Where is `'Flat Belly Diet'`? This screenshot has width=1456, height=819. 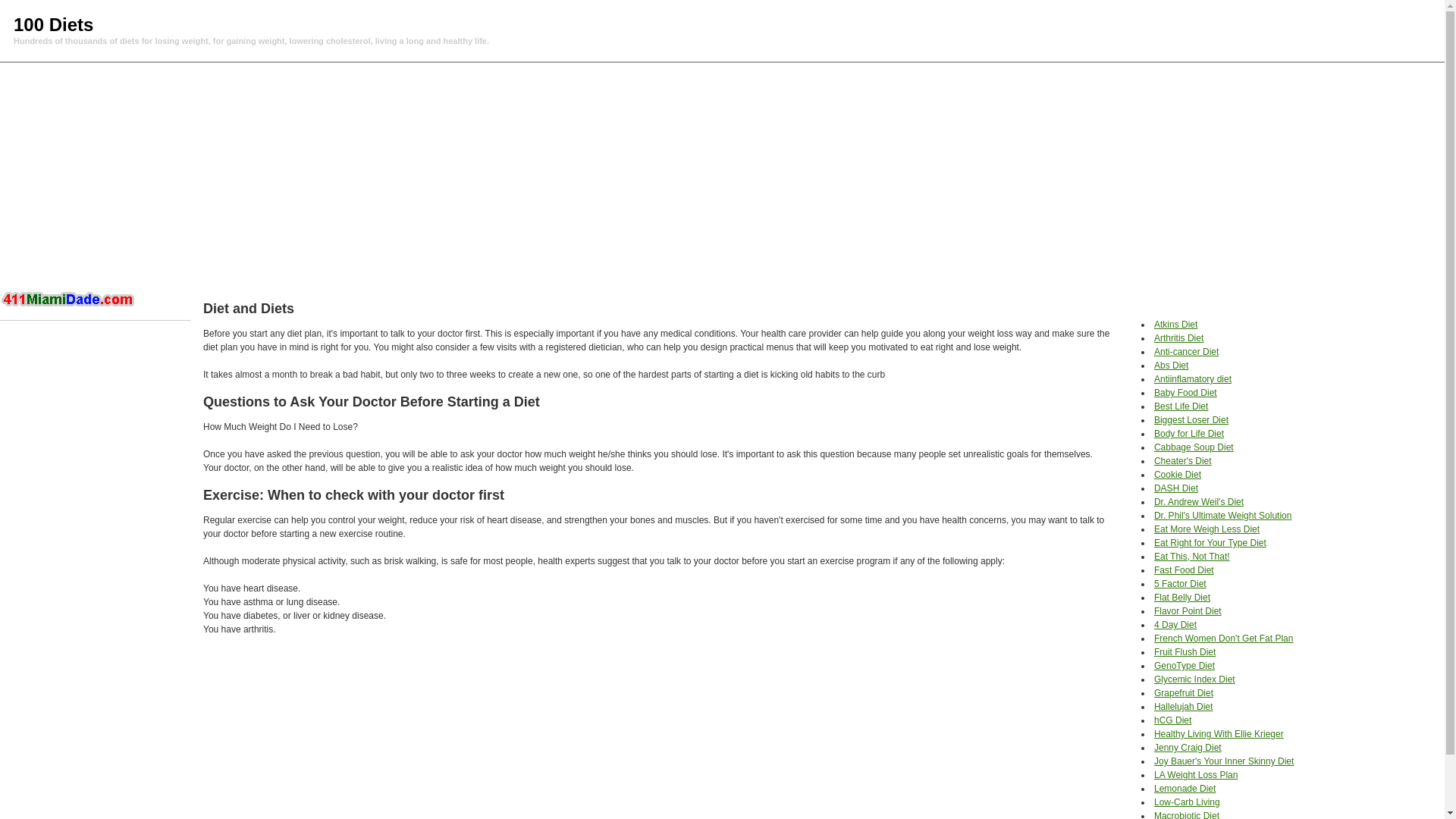 'Flat Belly Diet' is located at coordinates (1181, 596).